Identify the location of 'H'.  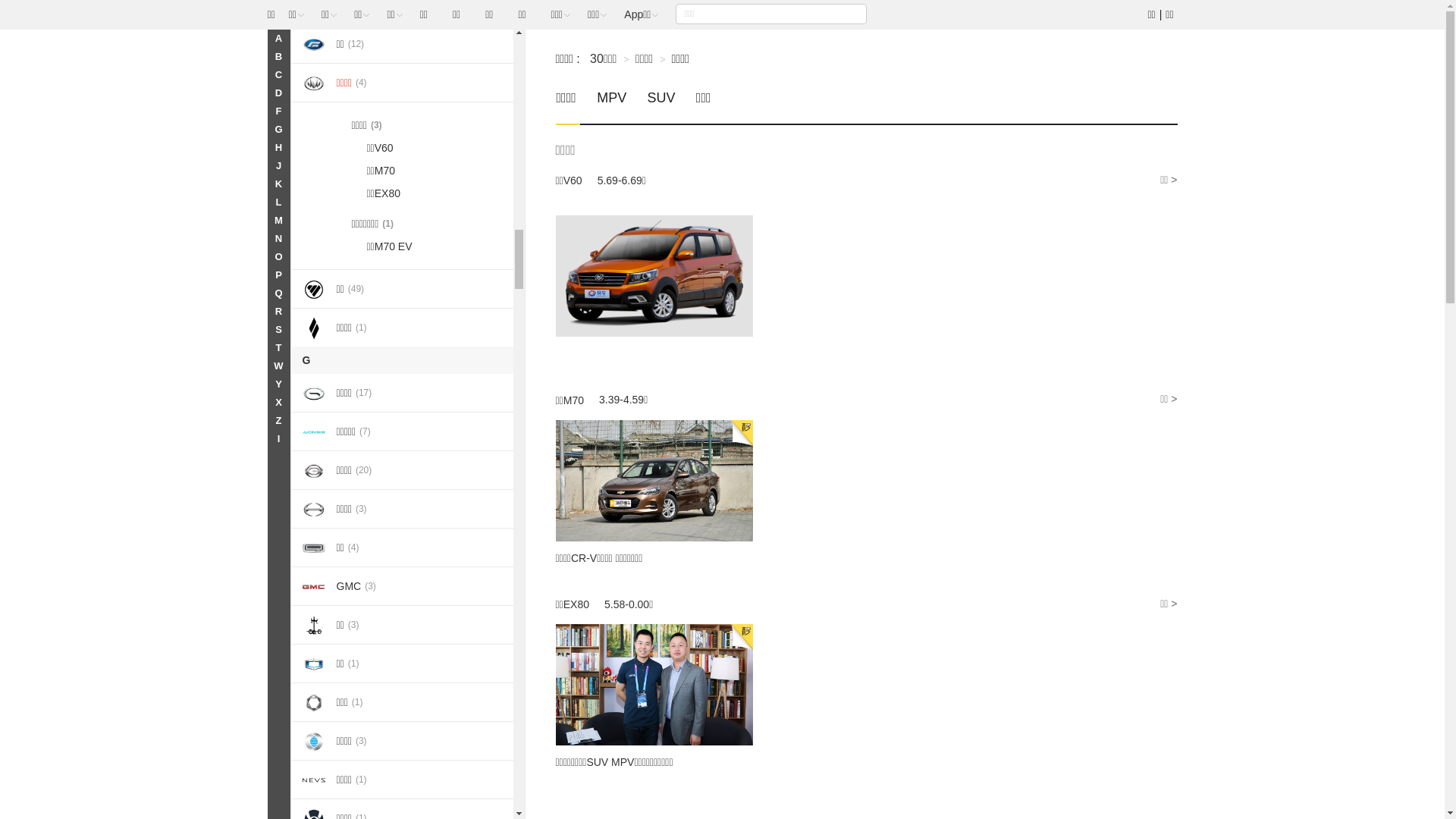
(266, 148).